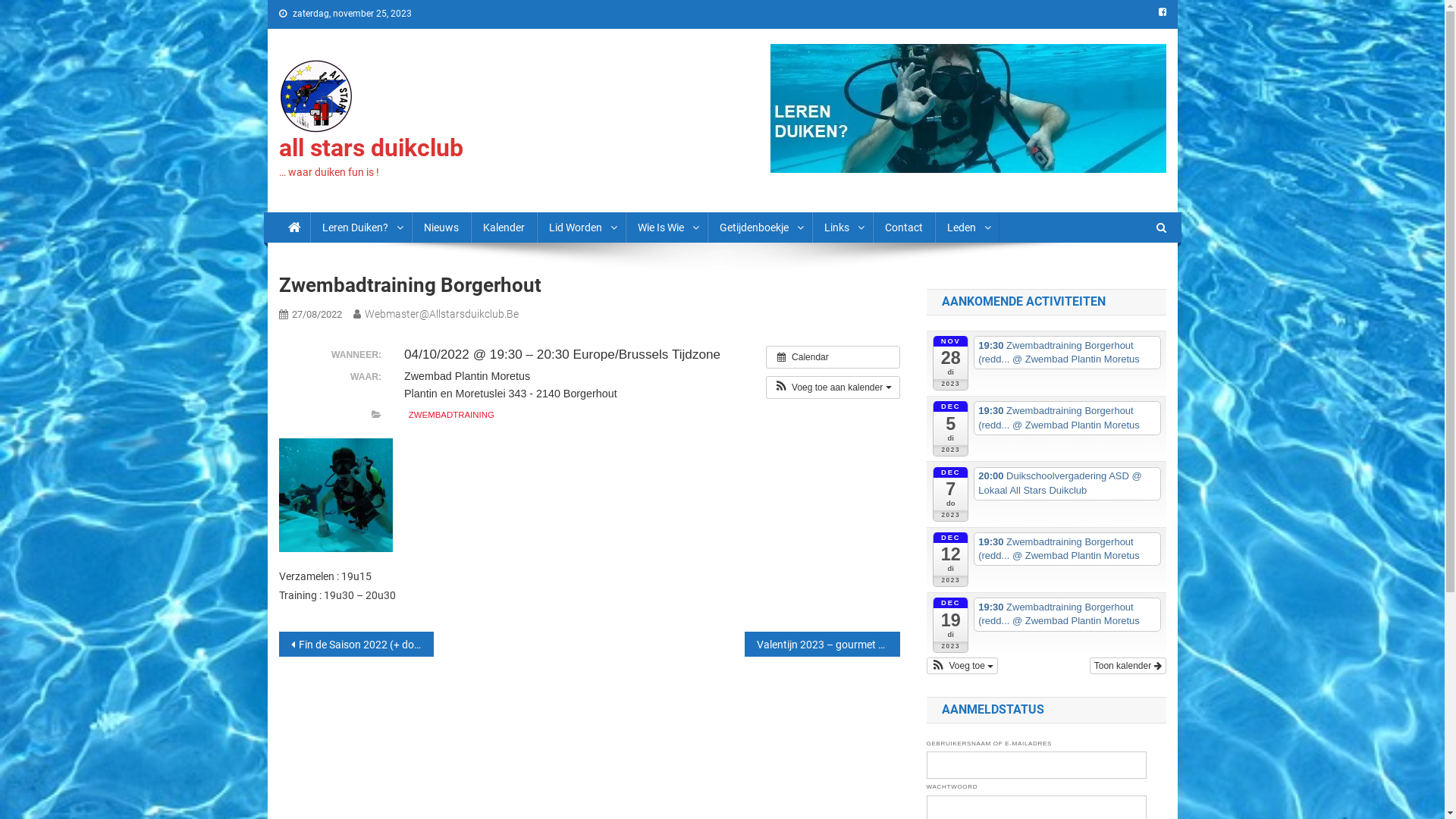 This screenshot has width=1456, height=819. Describe the element at coordinates (759, 227) in the screenshot. I see `'Getijdenboekje'` at that location.